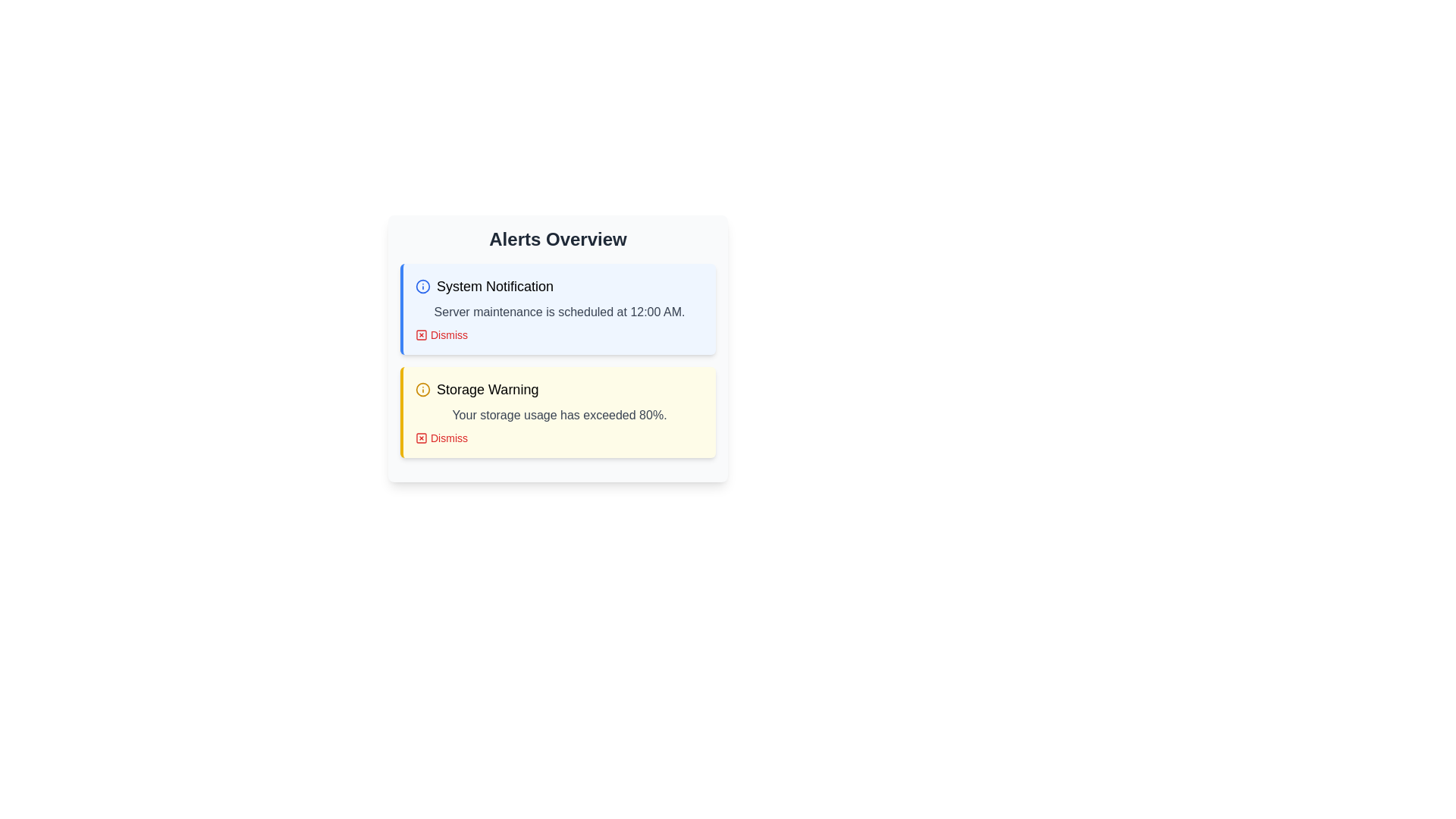  Describe the element at coordinates (559, 415) in the screenshot. I see `the static text message that reads 'Your storage usage has exceeded 80%' within the 'Storage Warning' notification card` at that location.